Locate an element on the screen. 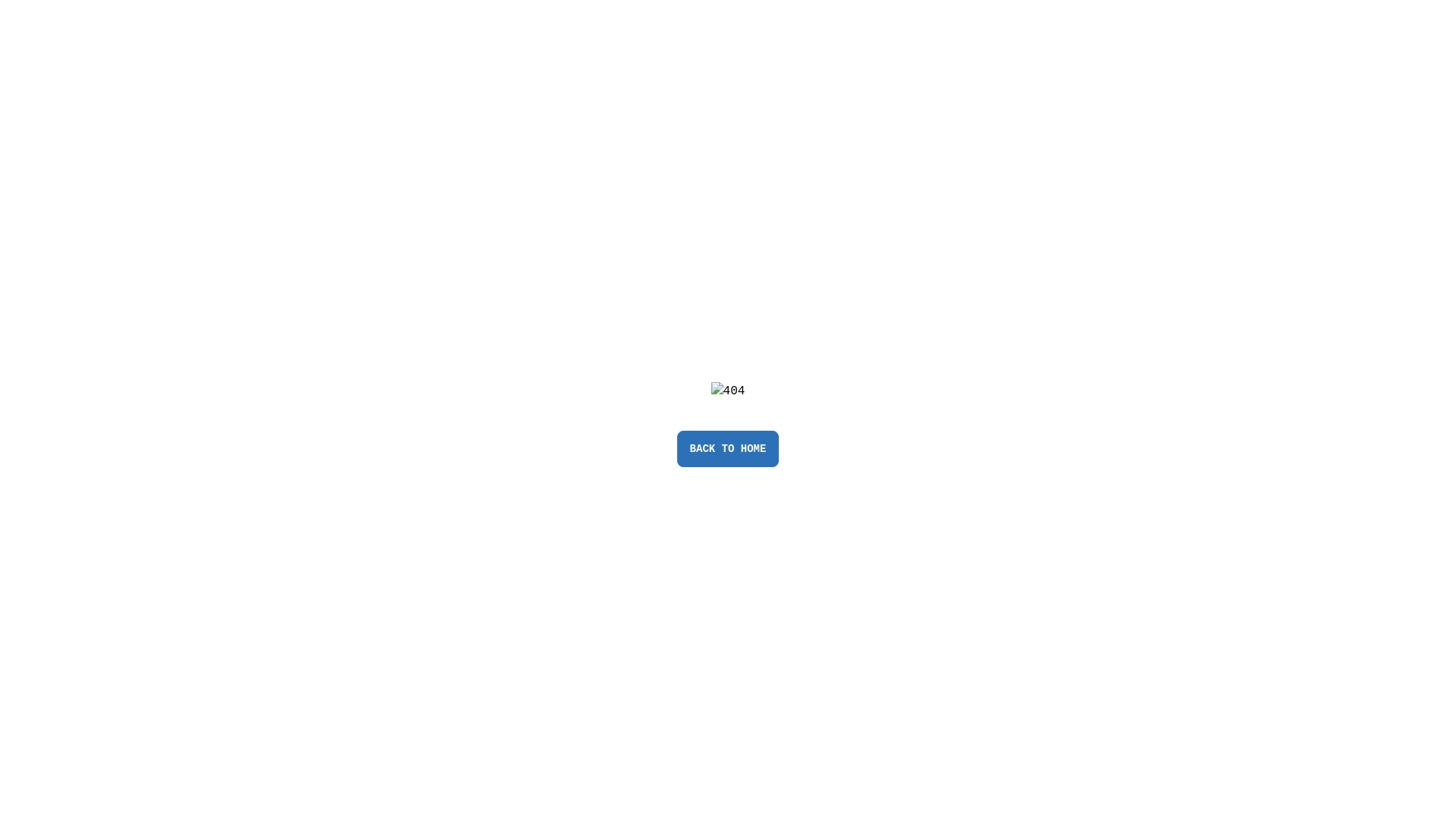  'BACK TO HOME' is located at coordinates (676, 447).